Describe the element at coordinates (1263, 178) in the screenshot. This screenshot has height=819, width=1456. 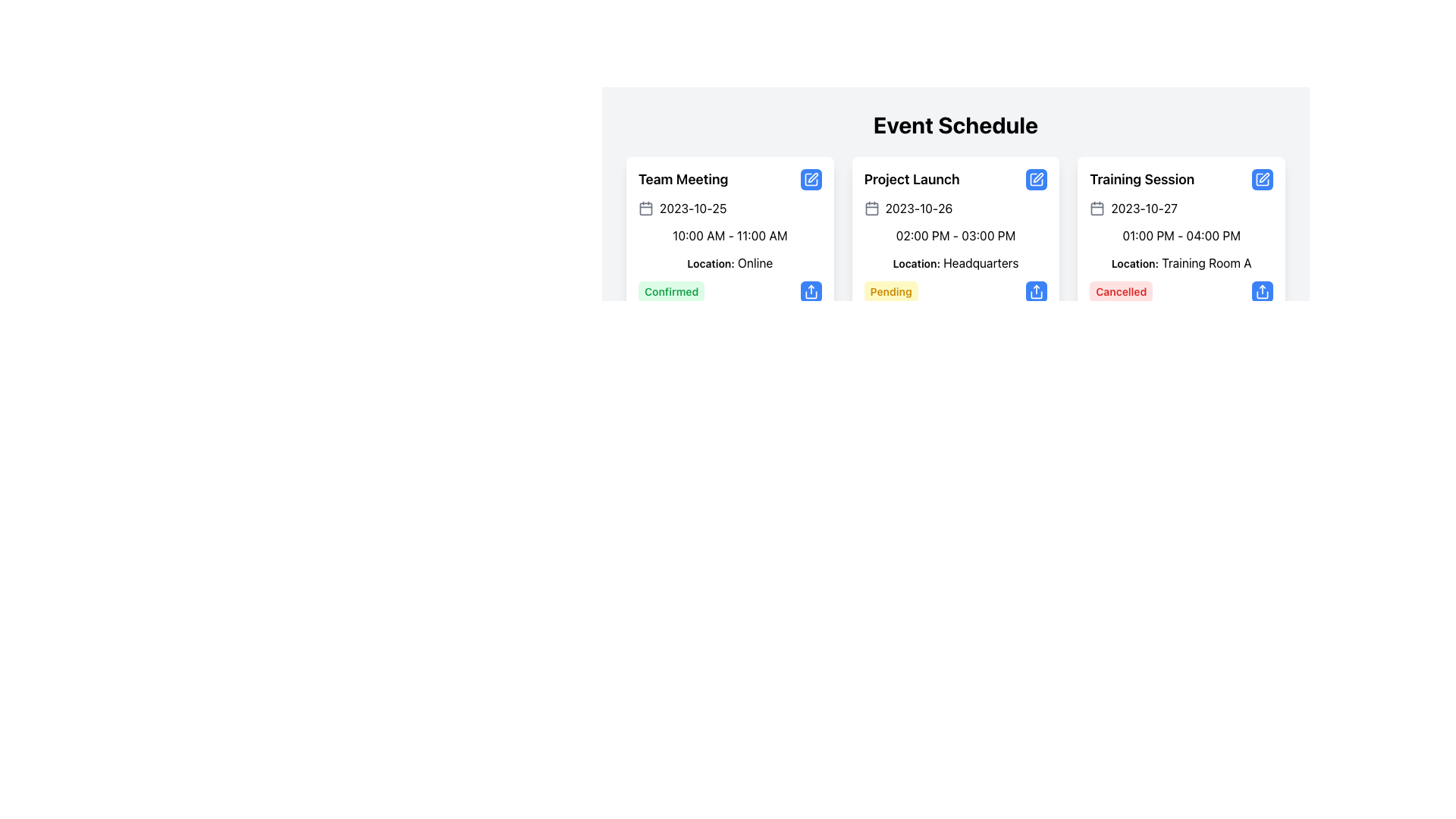
I see `the edit button located at the top-right corner inside the 'Training Session' card` at that location.